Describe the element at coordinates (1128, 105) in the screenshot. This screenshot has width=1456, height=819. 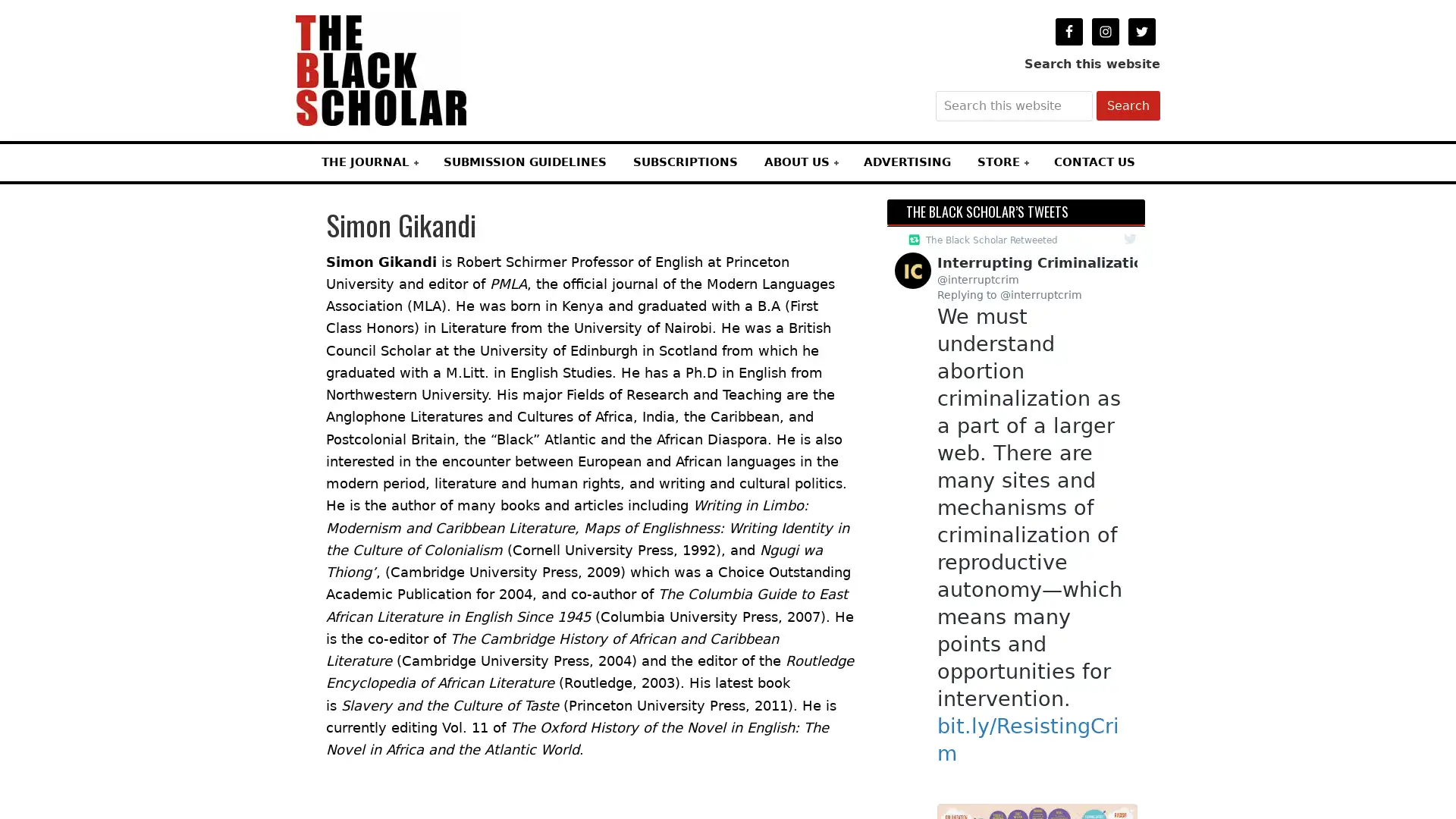
I see `Search` at that location.